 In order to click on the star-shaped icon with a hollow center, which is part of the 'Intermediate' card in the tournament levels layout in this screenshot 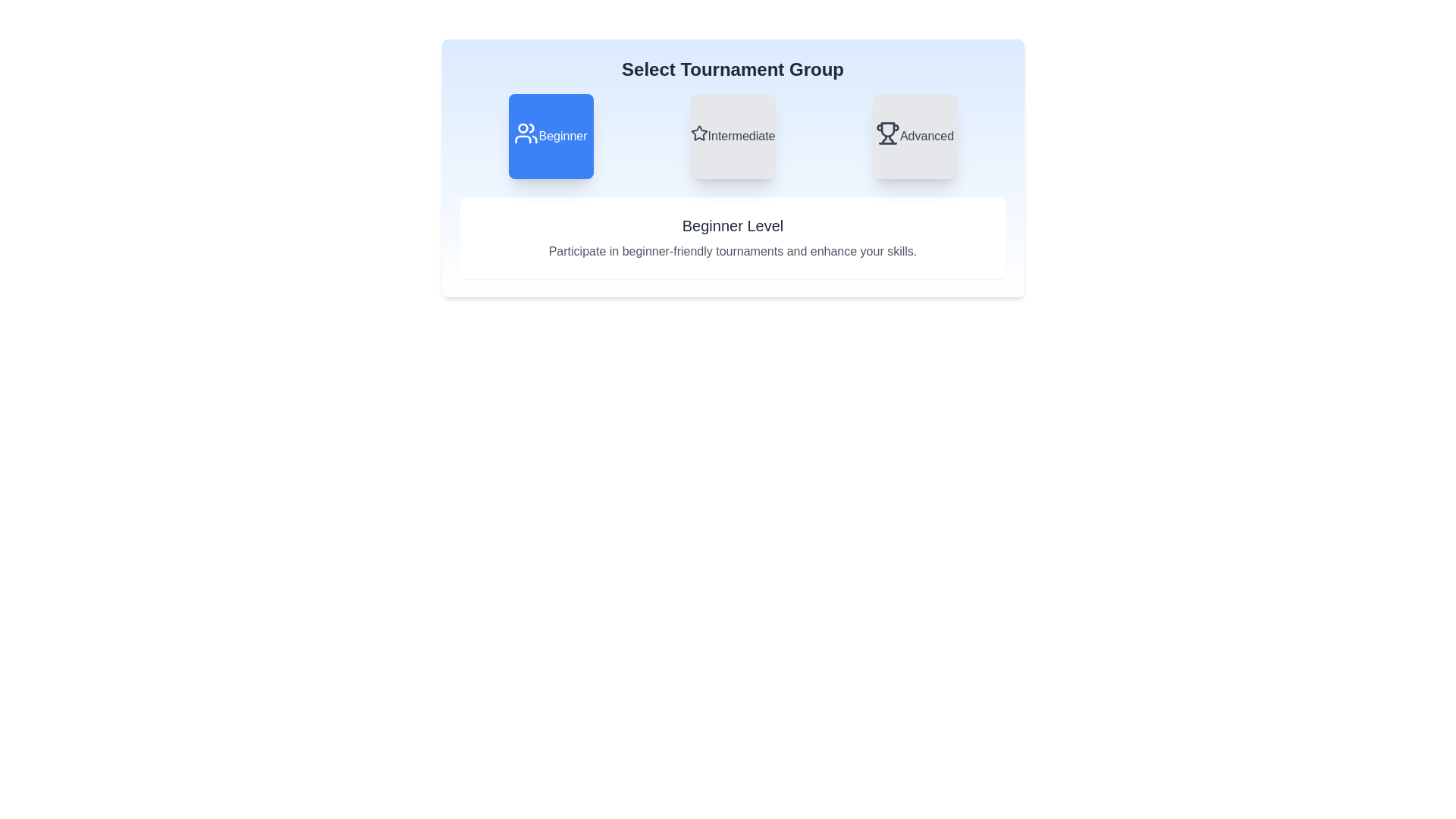, I will do `click(698, 132)`.